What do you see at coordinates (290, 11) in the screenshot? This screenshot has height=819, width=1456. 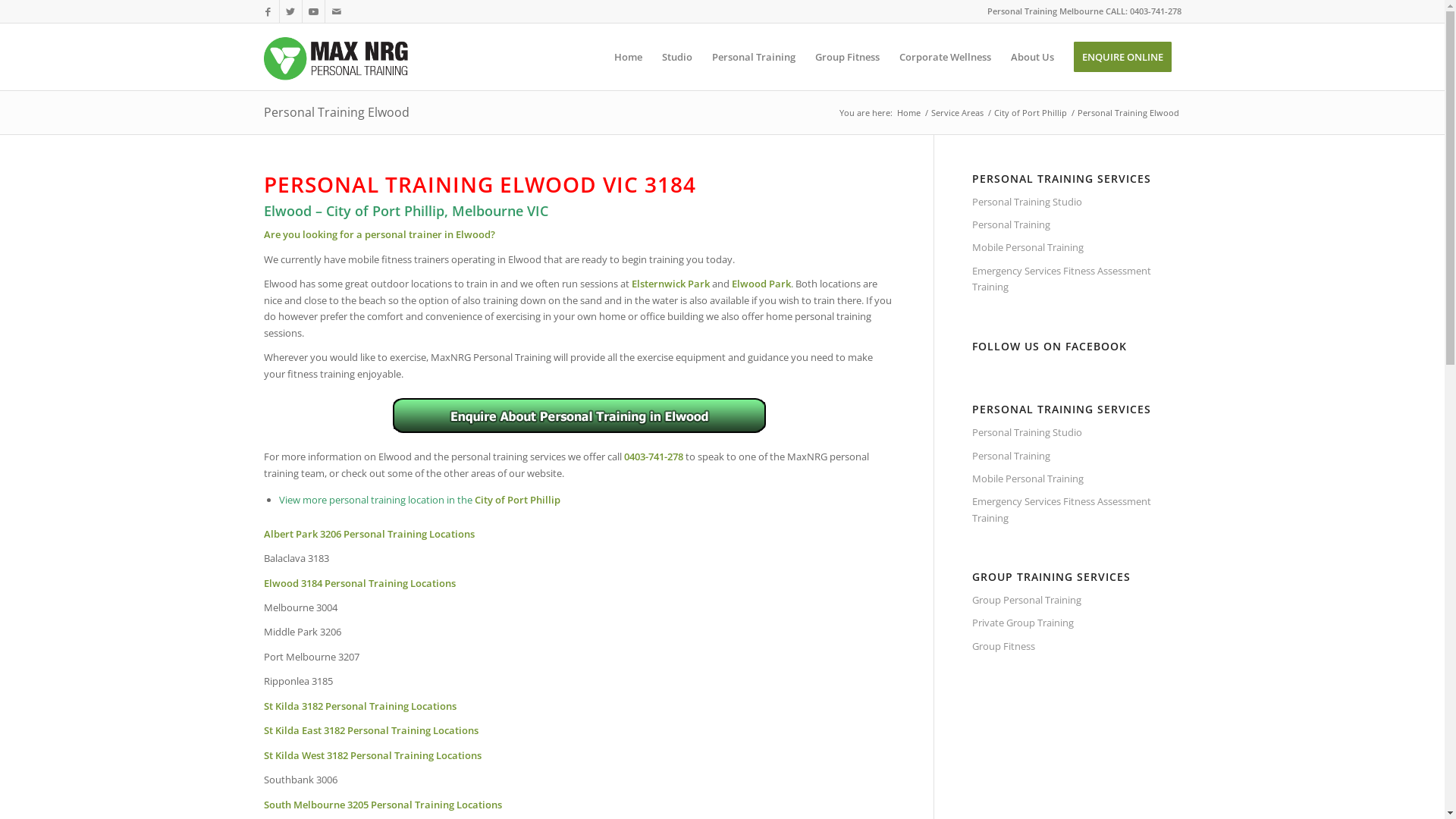 I see `'Twitter'` at bounding box center [290, 11].